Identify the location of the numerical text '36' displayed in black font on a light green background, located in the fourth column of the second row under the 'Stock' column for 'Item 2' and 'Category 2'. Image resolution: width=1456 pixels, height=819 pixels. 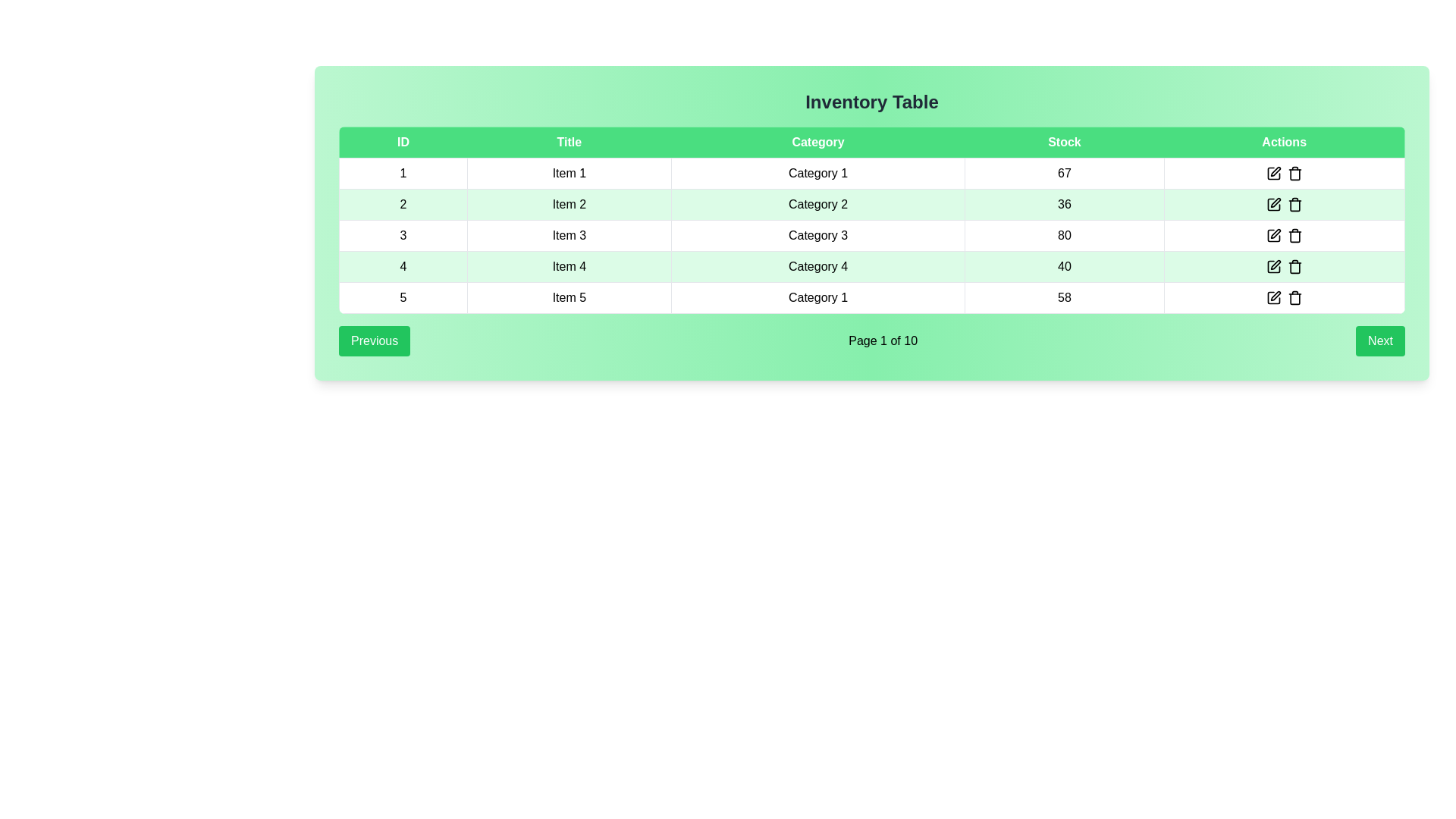
(1063, 205).